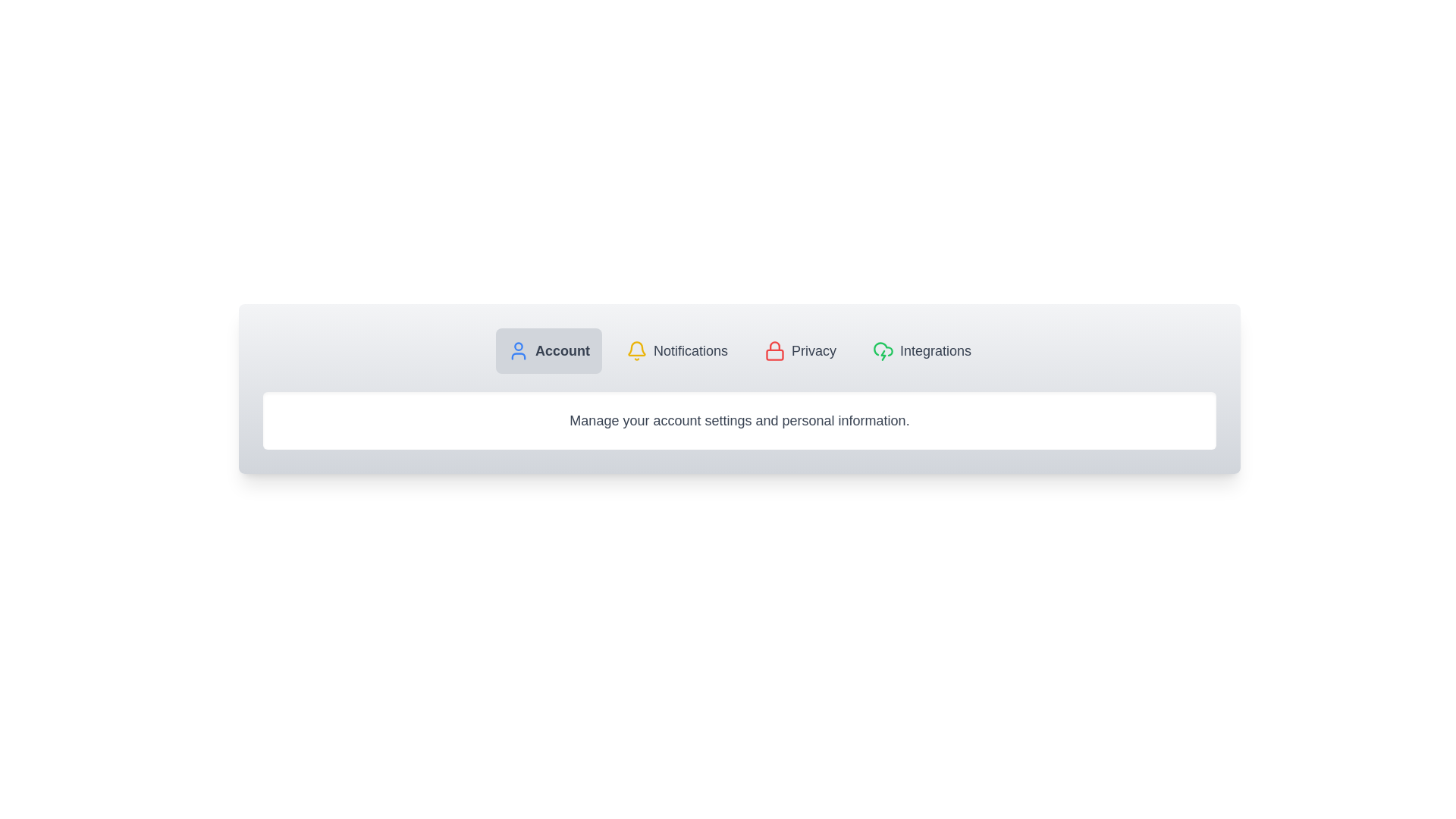 This screenshot has width=1456, height=819. I want to click on the 'Account' settings button to change its background color, which is the first button in a horizontal list of options, so click(548, 350).